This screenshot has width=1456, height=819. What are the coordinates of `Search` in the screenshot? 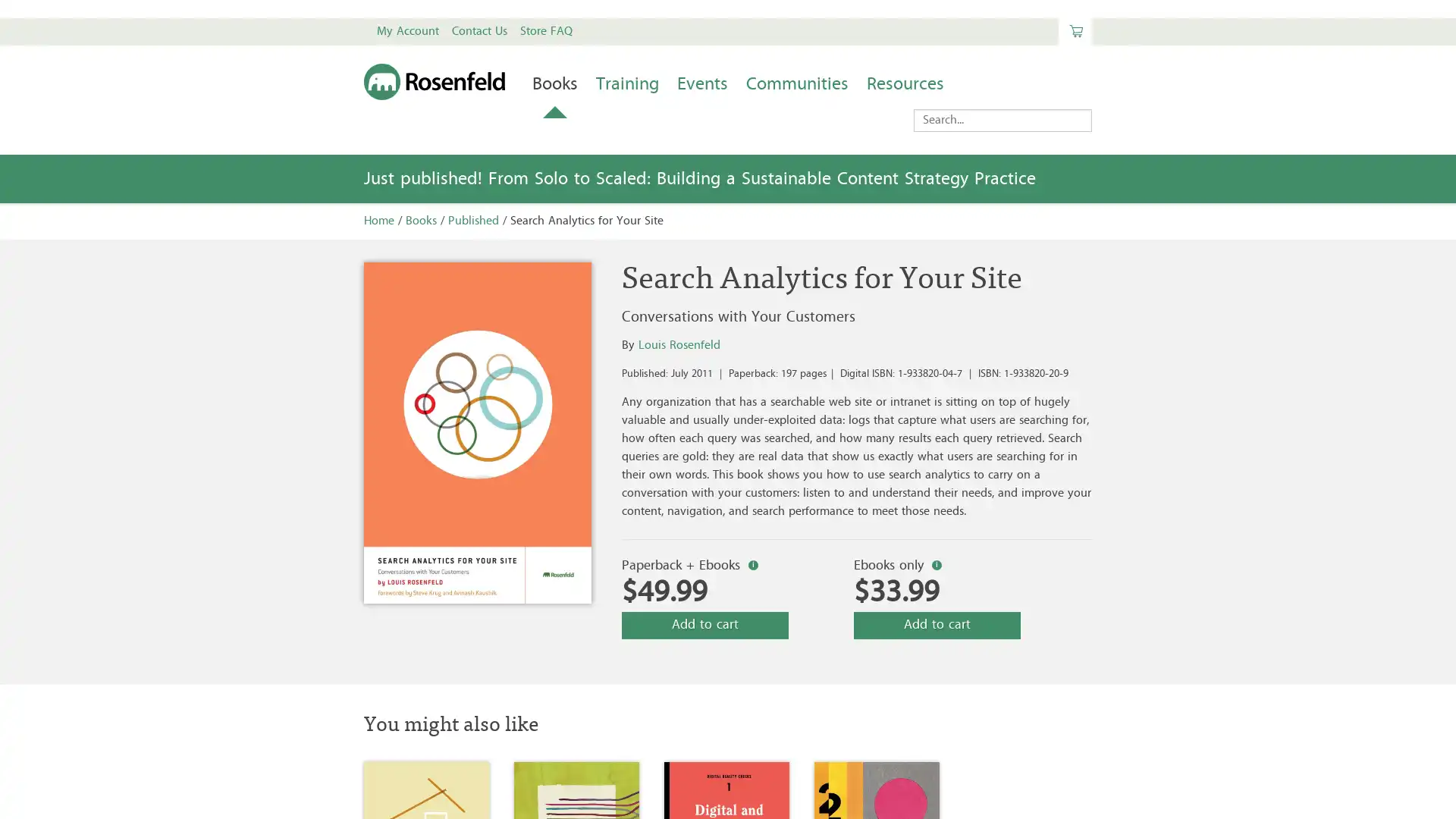 It's located at (930, 117).